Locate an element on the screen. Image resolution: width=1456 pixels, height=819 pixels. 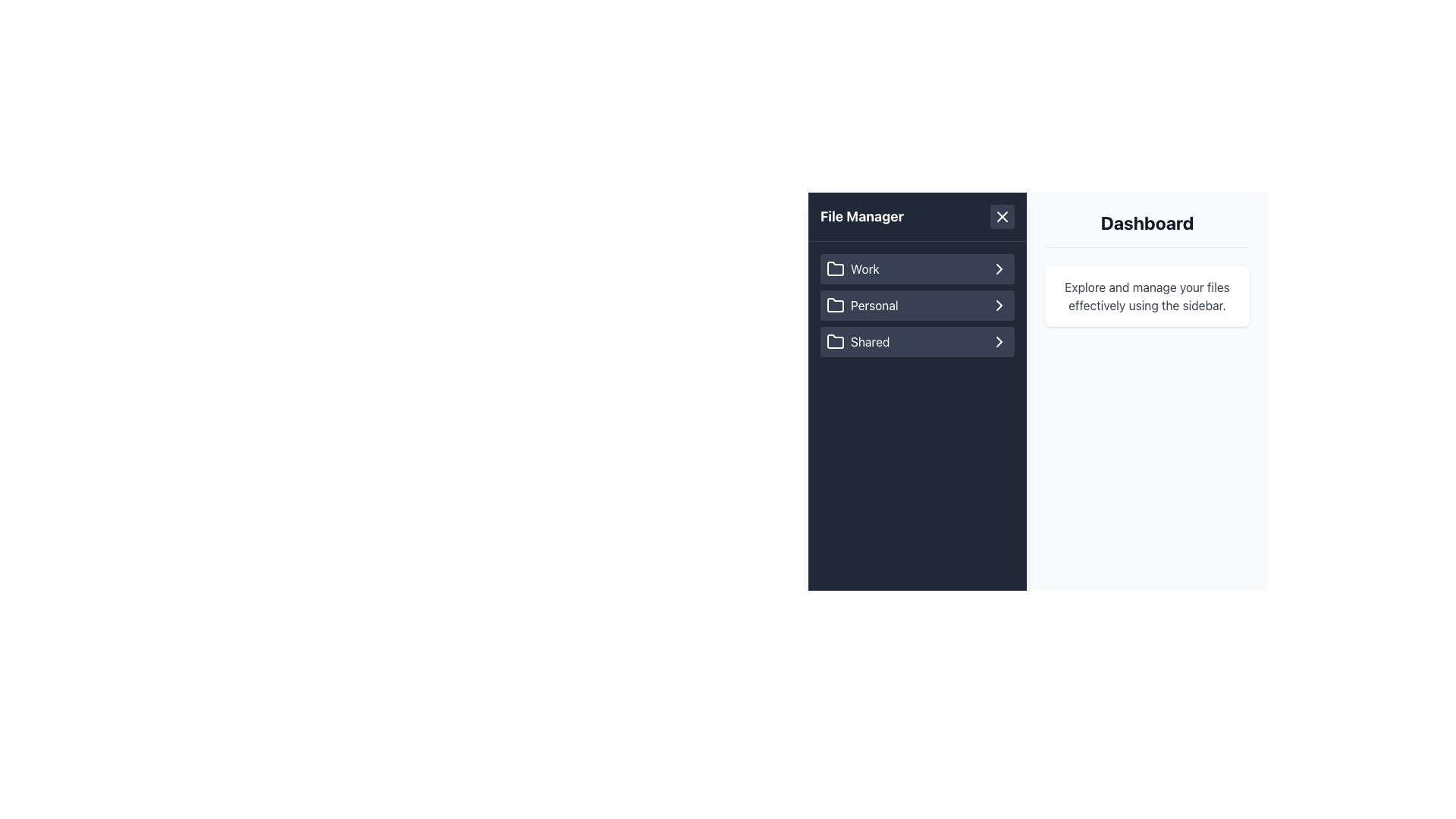
the diagonal line icon resembling a small portion of an 'X' shape in the top-right corner of the 'File Manager' sidebar is located at coordinates (1002, 216).